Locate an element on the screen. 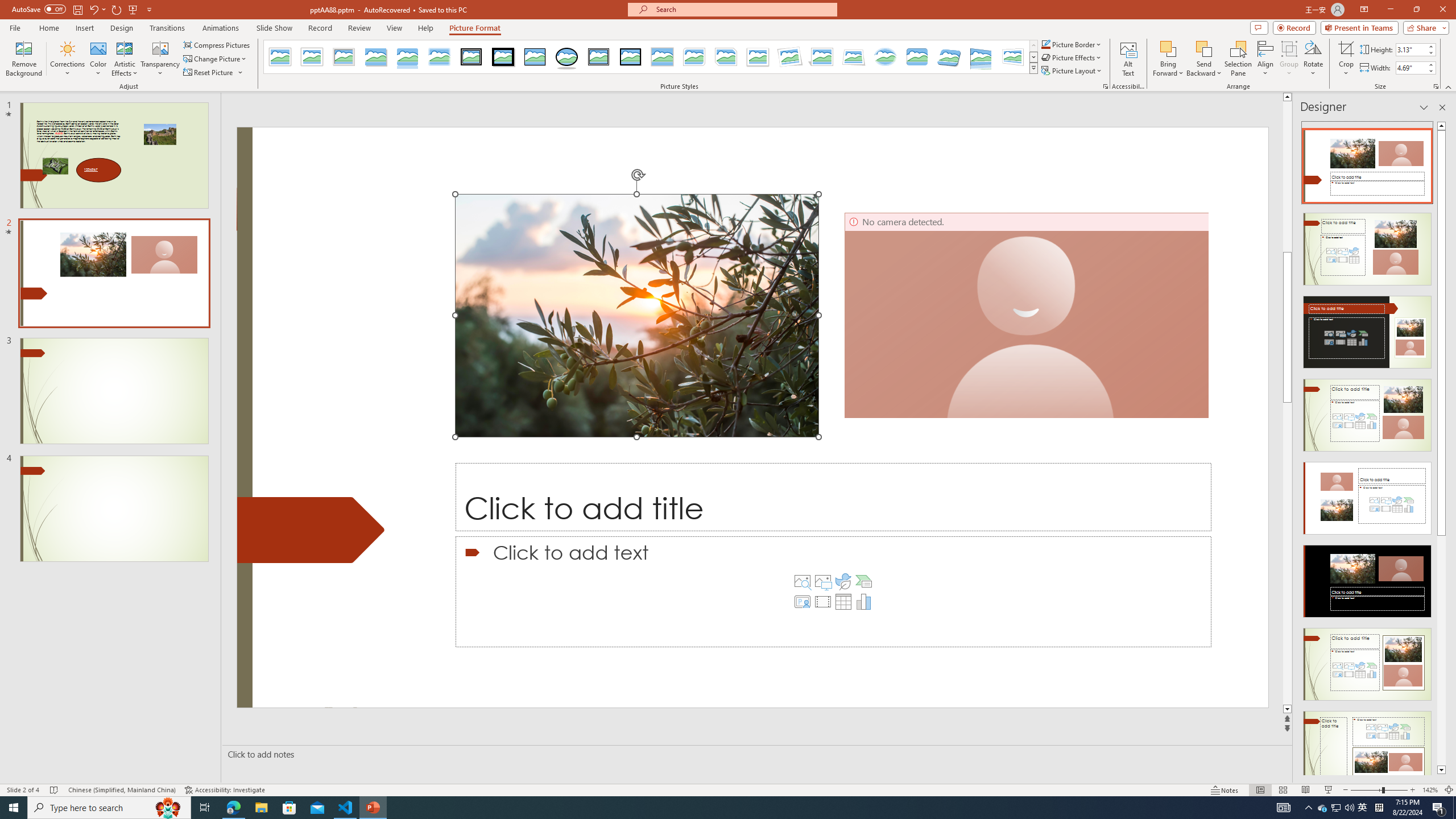 This screenshot has width=1456, height=819. 'Zoom 142%' is located at coordinates (1430, 790).